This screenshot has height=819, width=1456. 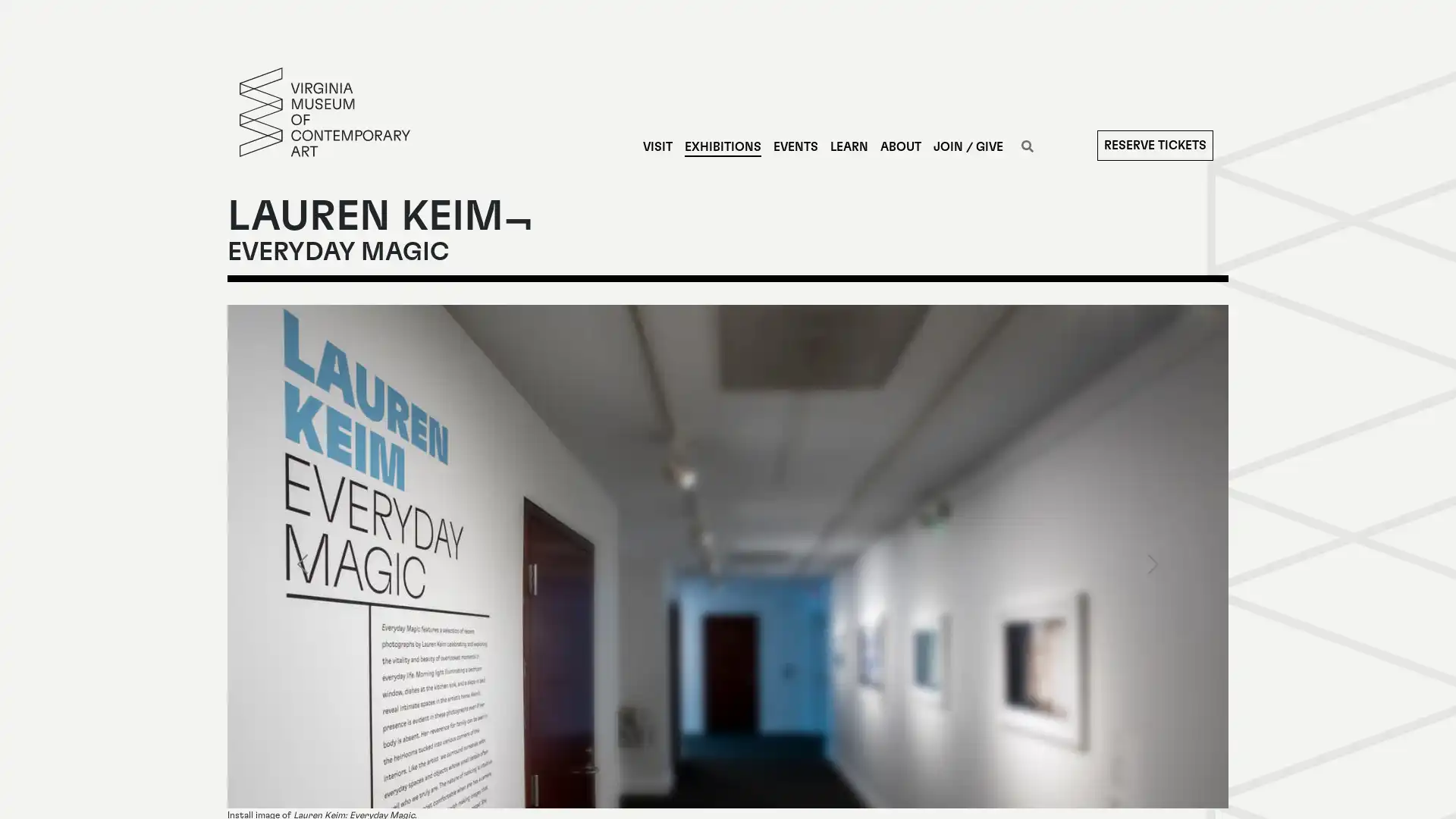 I want to click on ABOUT, so click(x=899, y=146).